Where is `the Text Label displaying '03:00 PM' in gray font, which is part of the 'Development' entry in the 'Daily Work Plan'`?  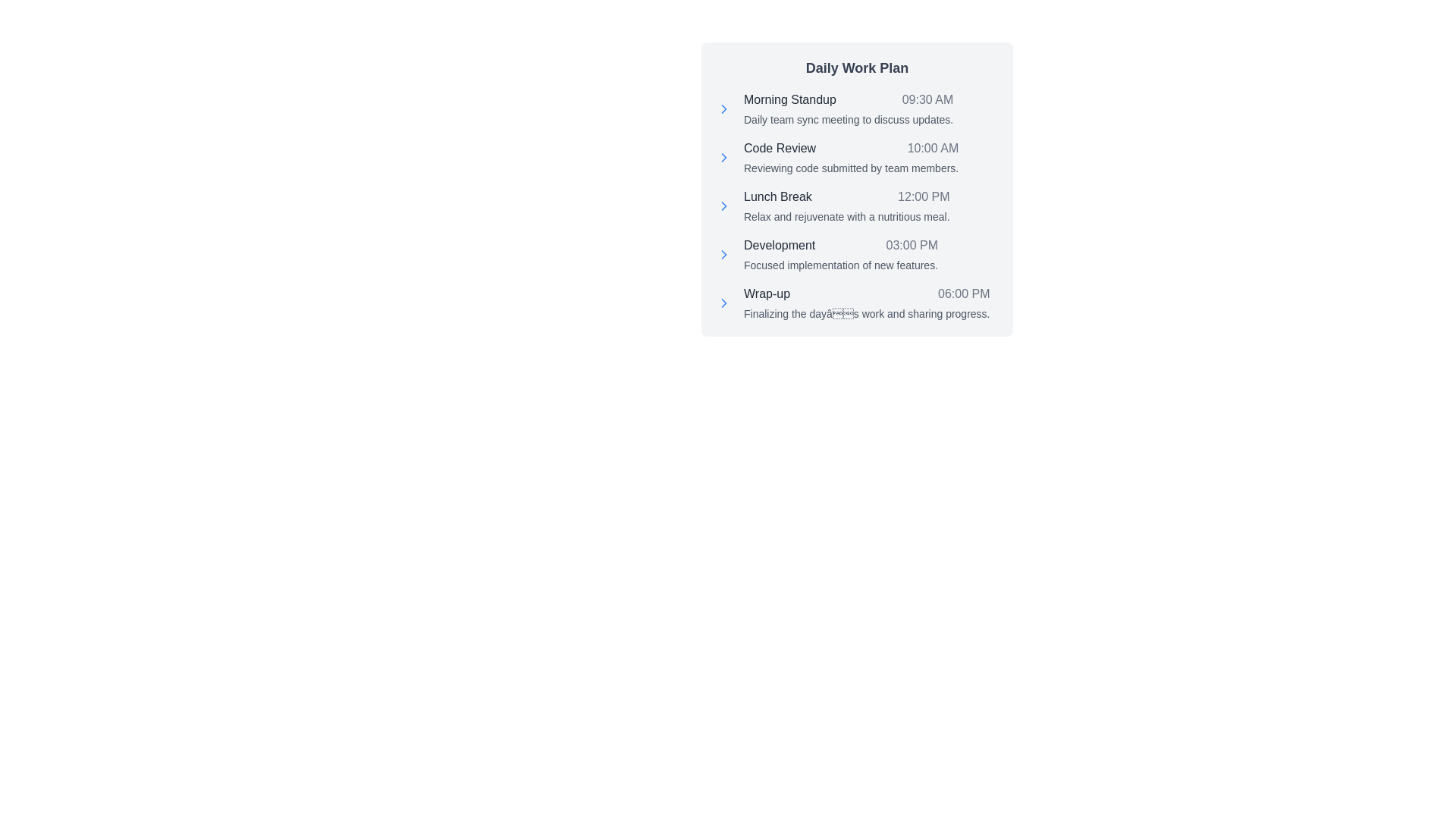
the Text Label displaying '03:00 PM' in gray font, which is part of the 'Development' entry in the 'Daily Work Plan' is located at coordinates (911, 245).